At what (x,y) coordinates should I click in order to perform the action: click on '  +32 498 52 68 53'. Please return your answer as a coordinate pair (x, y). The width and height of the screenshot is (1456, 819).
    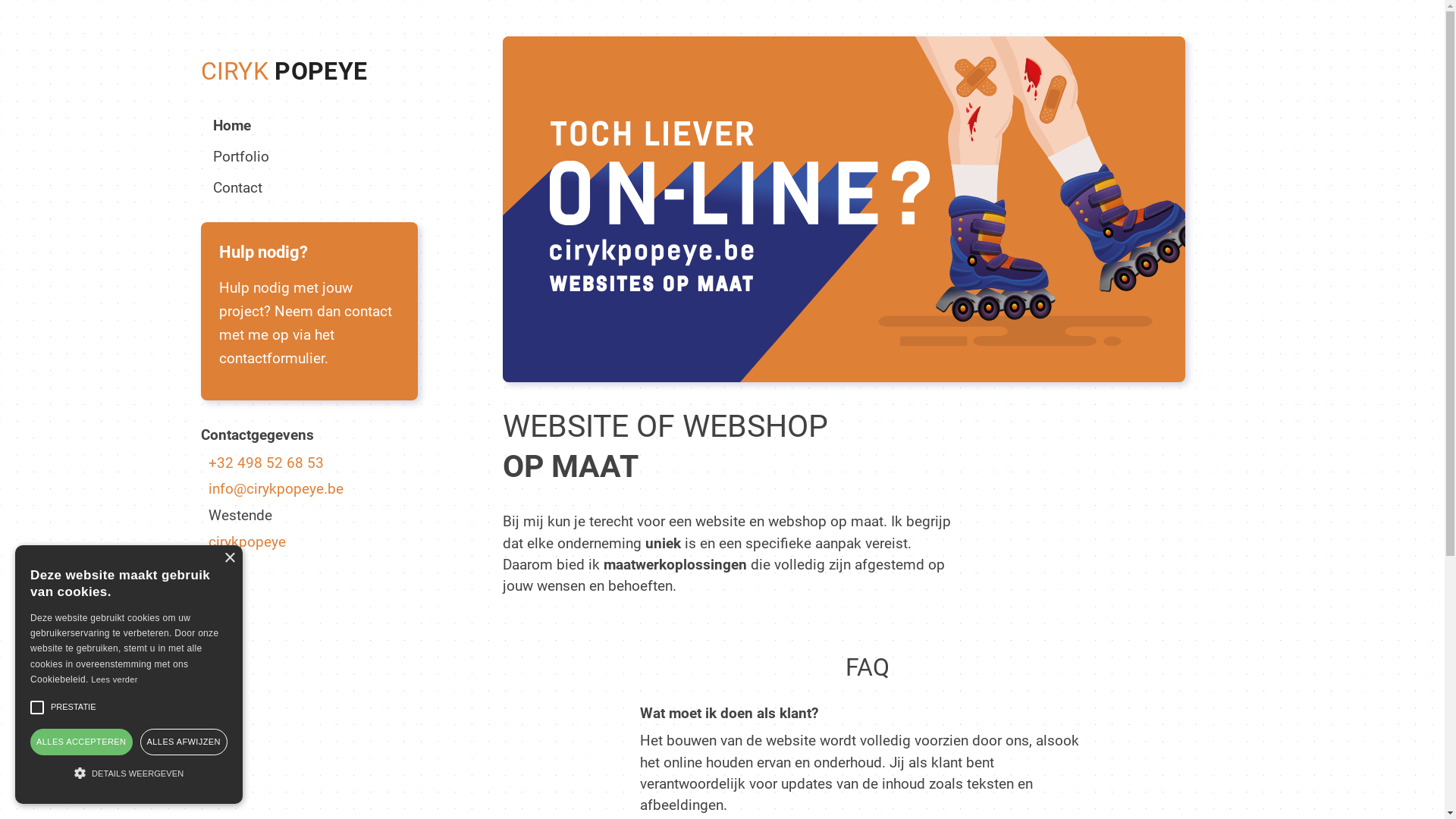
    Looking at the image, I should click on (308, 462).